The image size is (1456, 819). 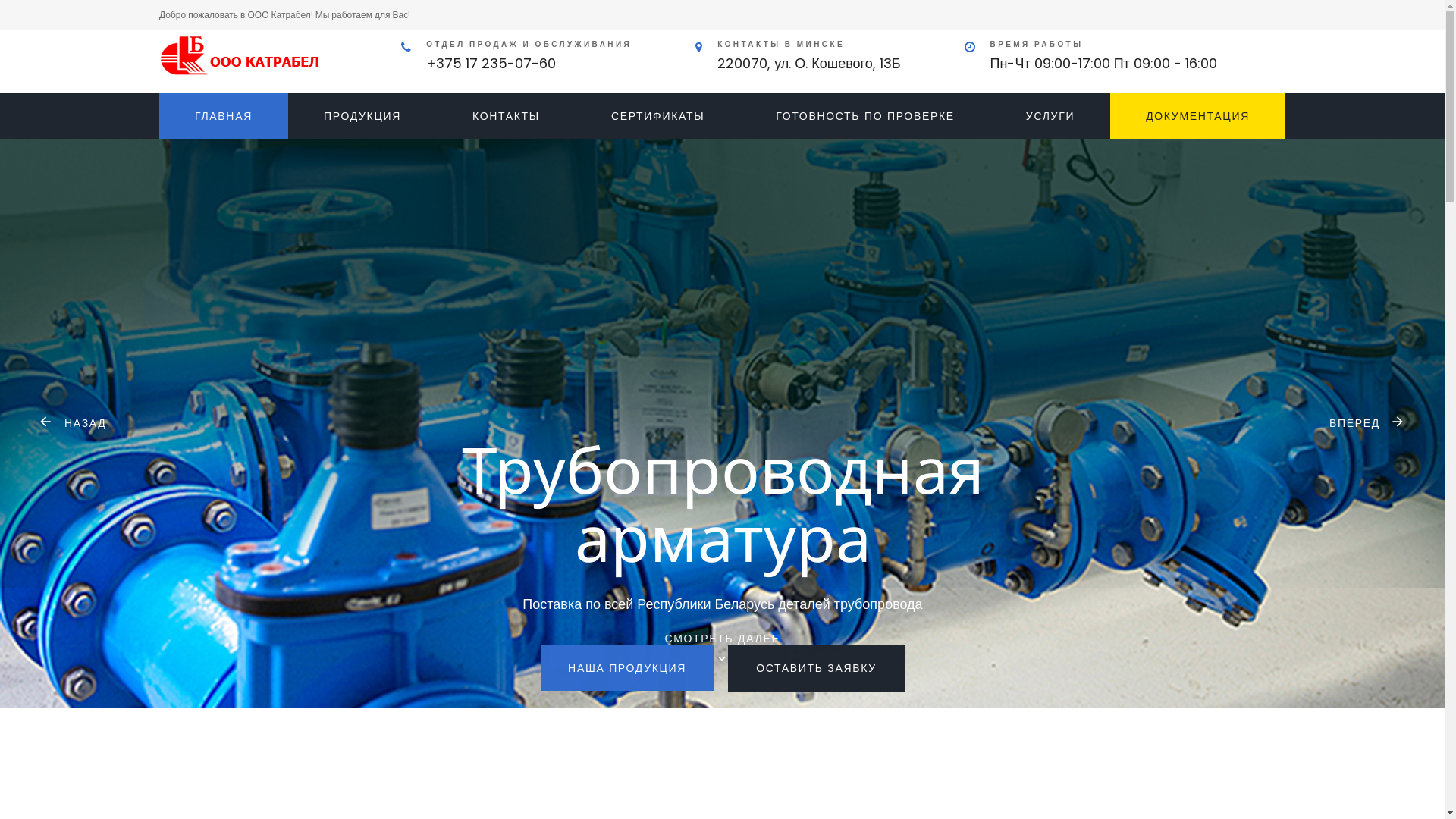 I want to click on '+375 17 235-07-60', so click(x=491, y=62).